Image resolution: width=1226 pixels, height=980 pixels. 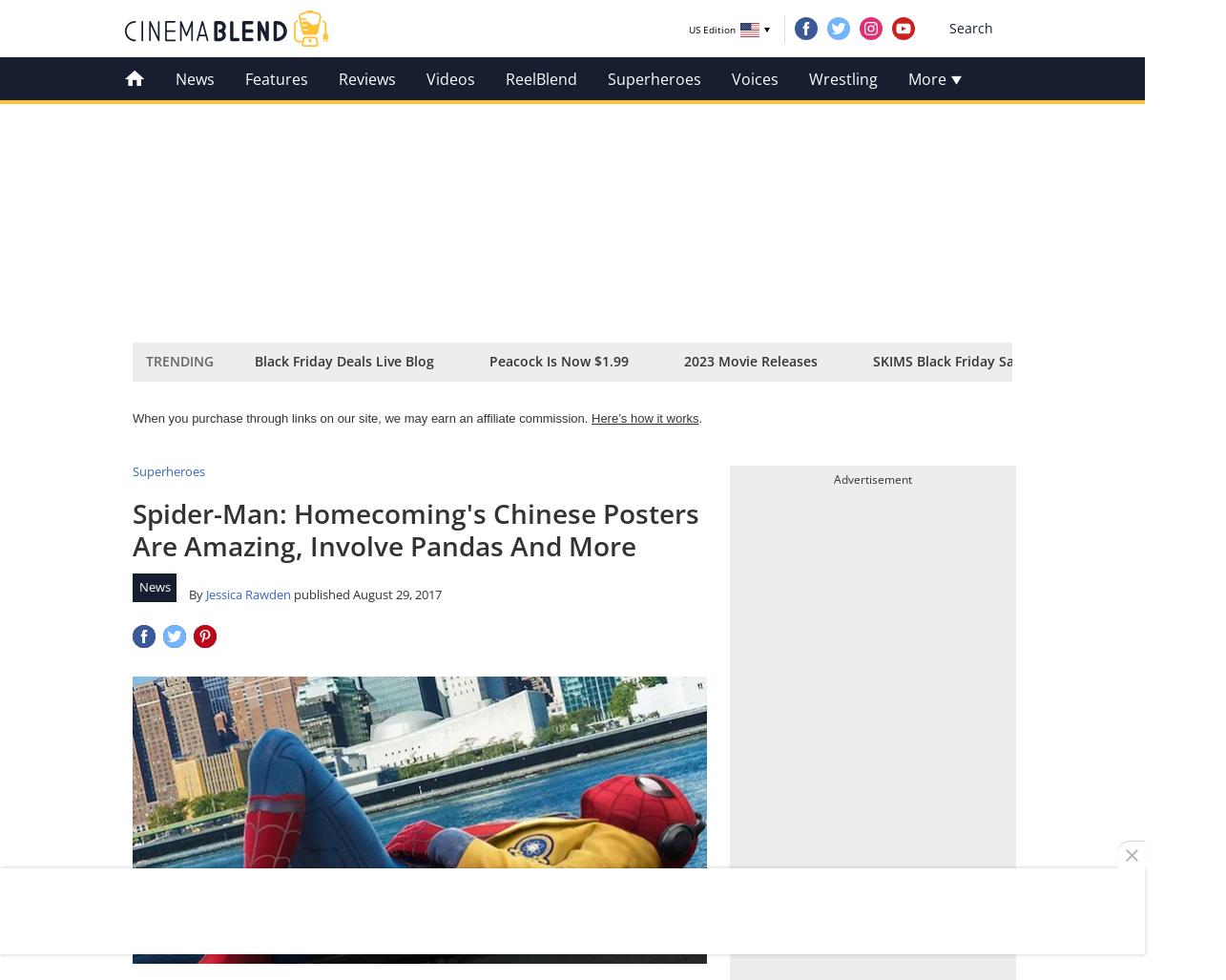 What do you see at coordinates (450, 77) in the screenshot?
I see `'Videos'` at bounding box center [450, 77].